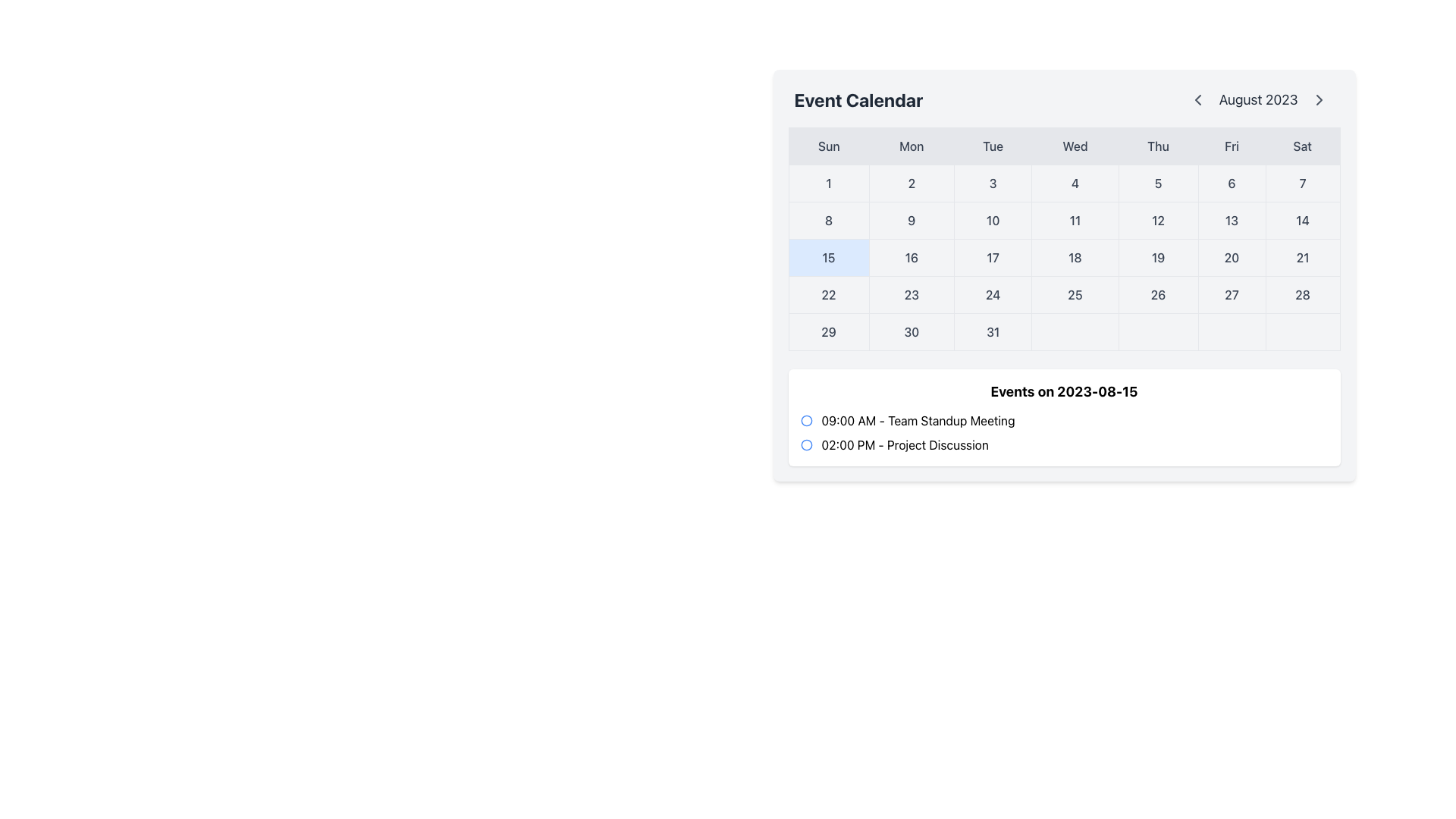 The image size is (1456, 819). Describe the element at coordinates (1074, 146) in the screenshot. I see `the static label for Wednesday, which is the fourth label in the series of weekday labels at the top of the calendar view` at that location.